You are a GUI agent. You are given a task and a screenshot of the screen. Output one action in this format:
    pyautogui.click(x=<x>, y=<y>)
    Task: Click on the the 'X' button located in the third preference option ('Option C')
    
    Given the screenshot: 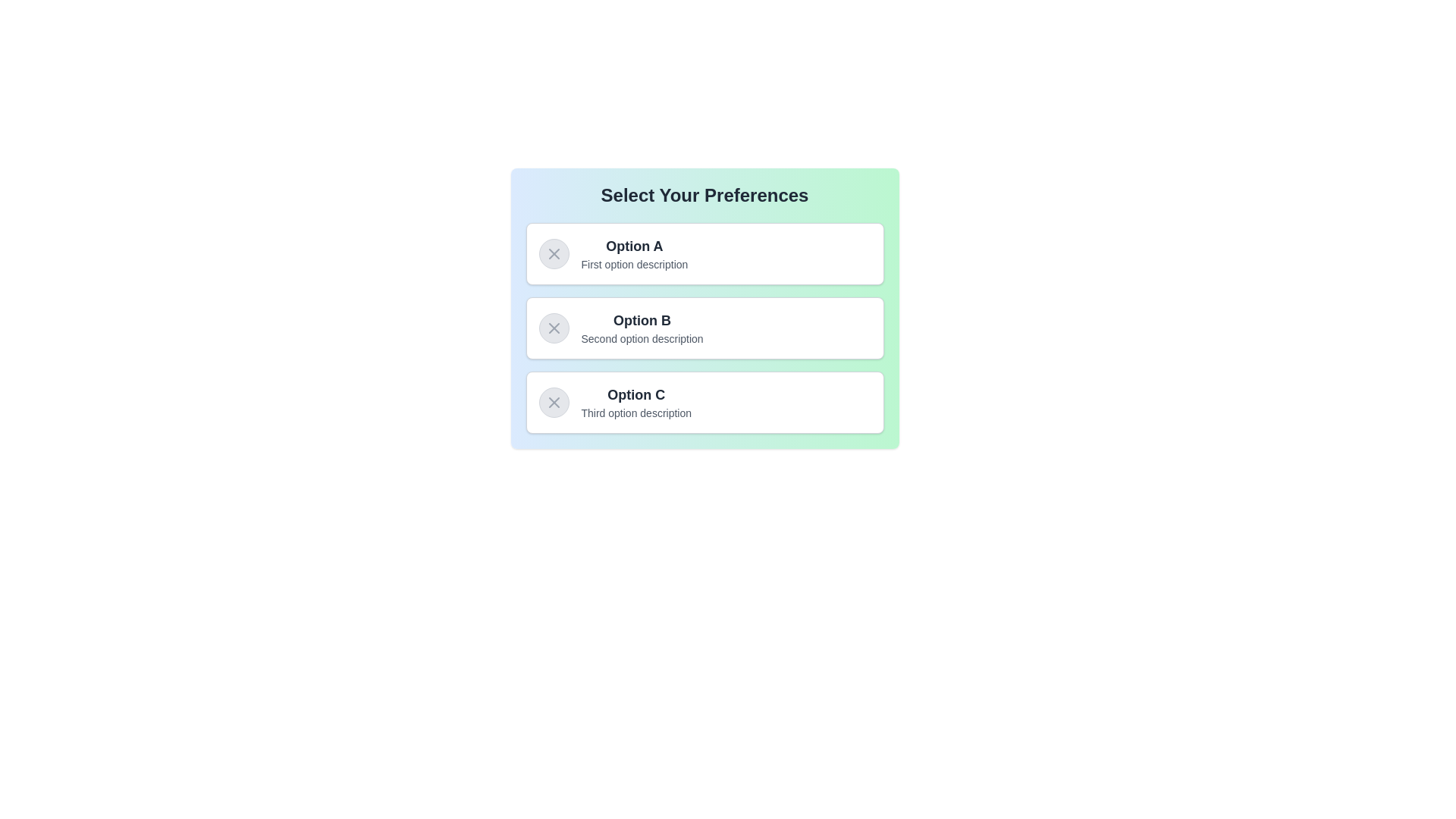 What is the action you would take?
    pyautogui.click(x=553, y=402)
    